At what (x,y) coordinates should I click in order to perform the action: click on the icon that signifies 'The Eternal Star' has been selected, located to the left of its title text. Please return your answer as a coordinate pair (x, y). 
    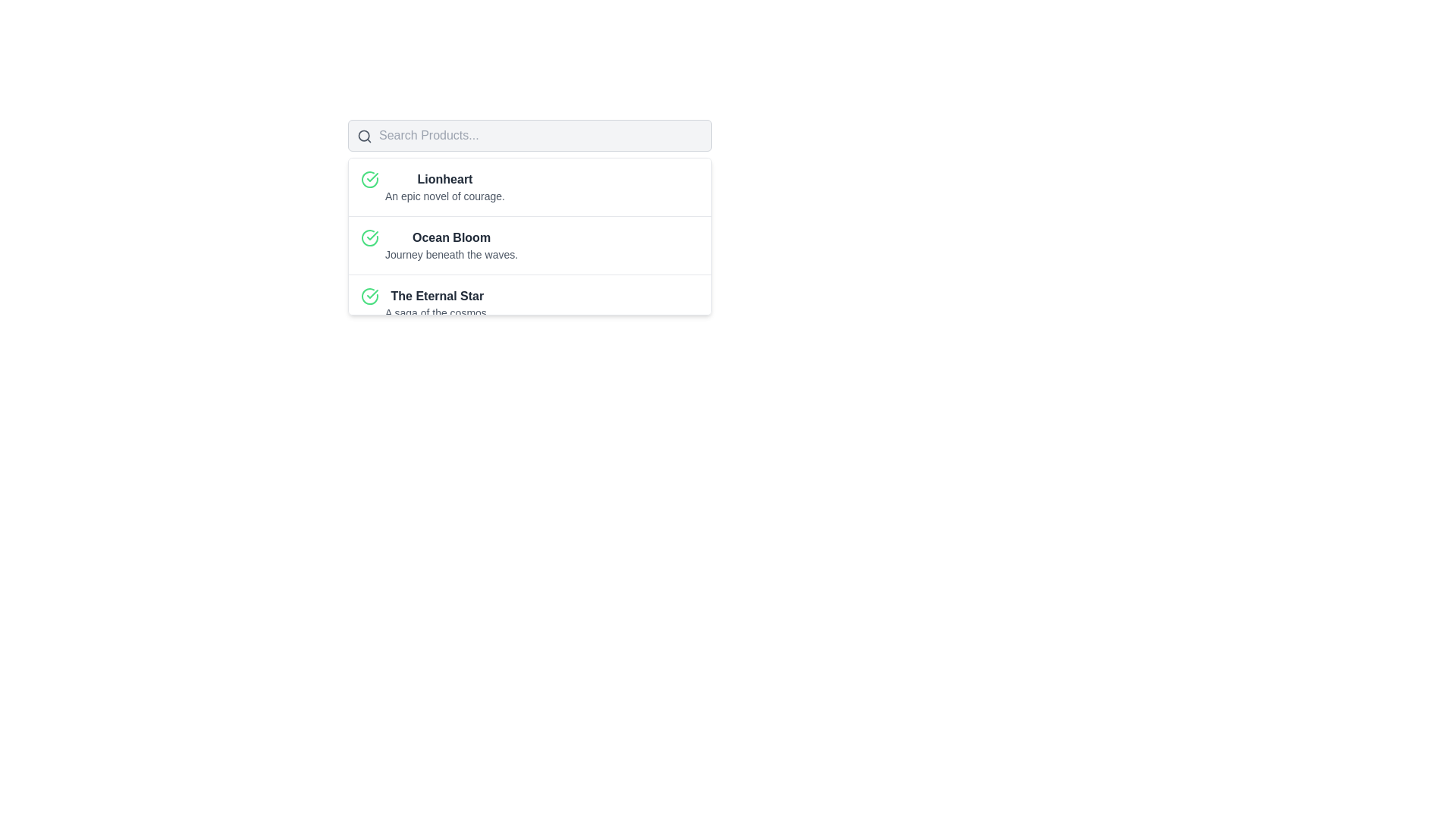
    Looking at the image, I should click on (370, 296).